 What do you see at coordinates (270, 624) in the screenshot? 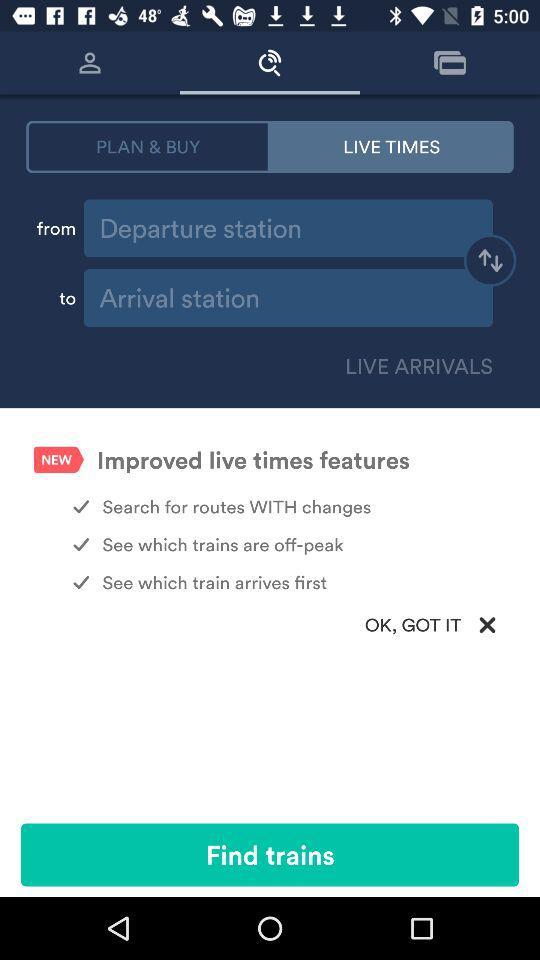
I see `the item above find trains icon` at bounding box center [270, 624].